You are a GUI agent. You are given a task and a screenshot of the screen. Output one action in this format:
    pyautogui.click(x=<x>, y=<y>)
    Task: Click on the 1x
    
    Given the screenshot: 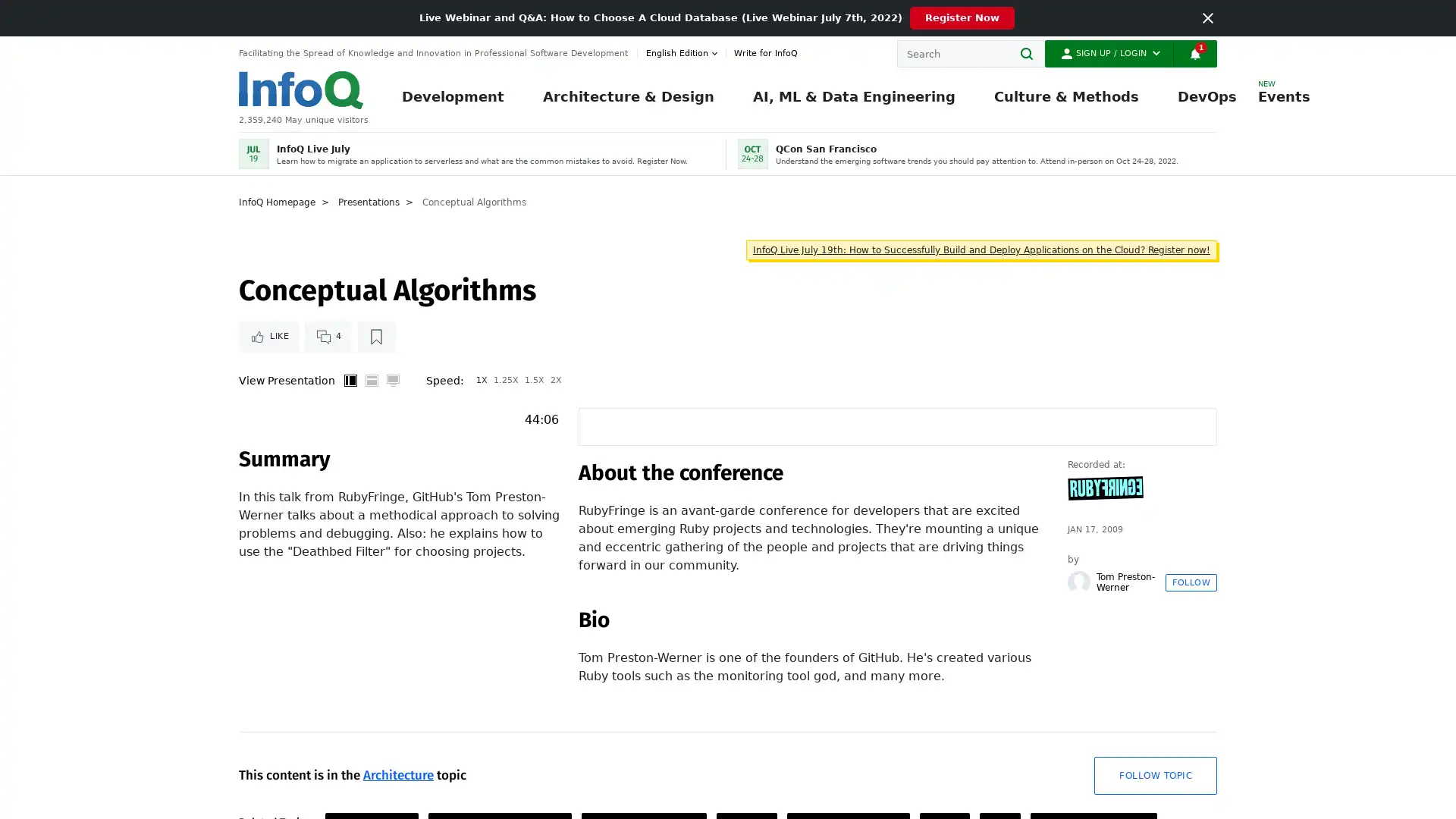 What is the action you would take?
    pyautogui.click(x=481, y=435)
    